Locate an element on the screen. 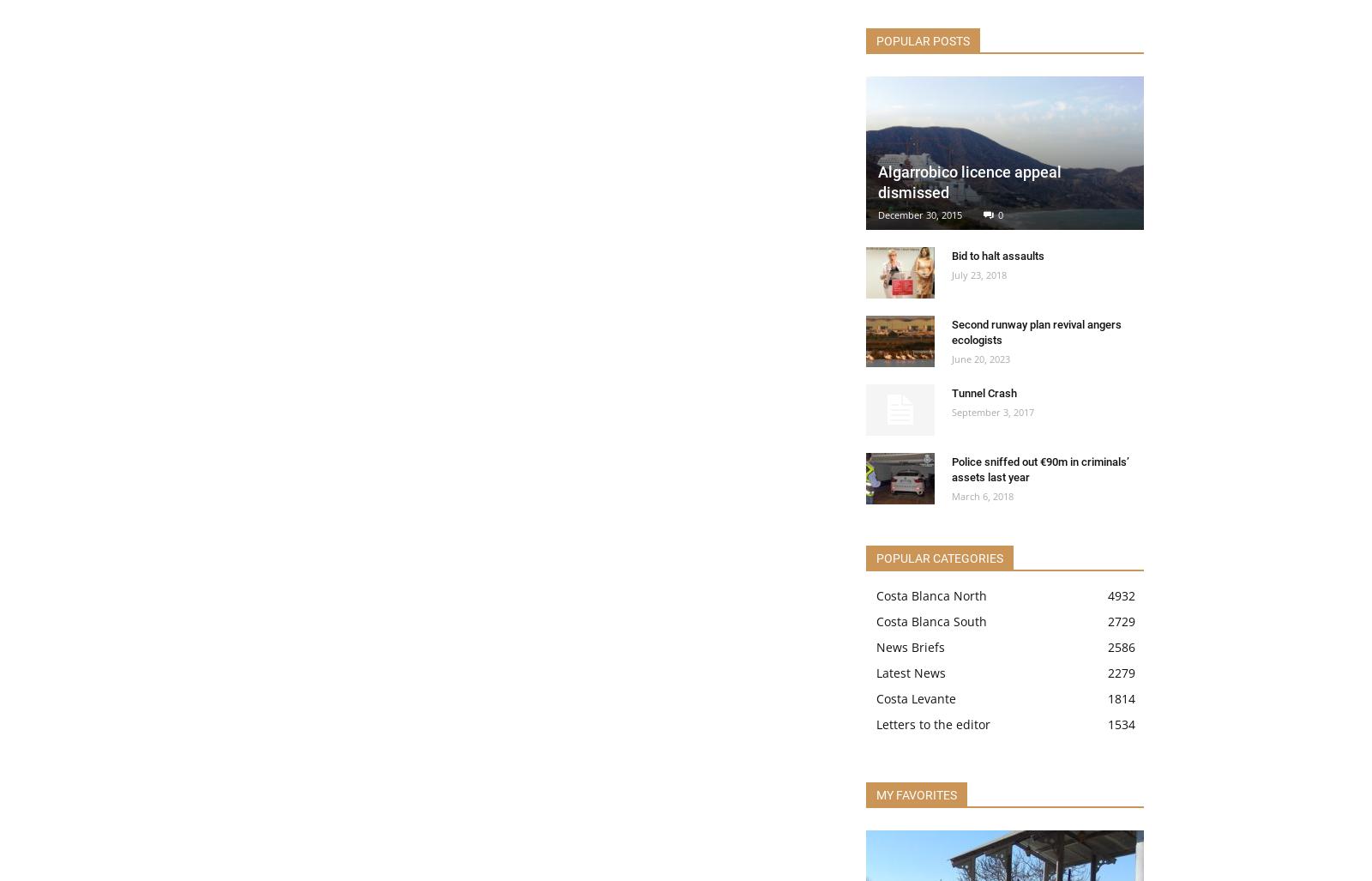 This screenshot has width=1372, height=881. 'Costa Blanca North' is located at coordinates (931, 595).